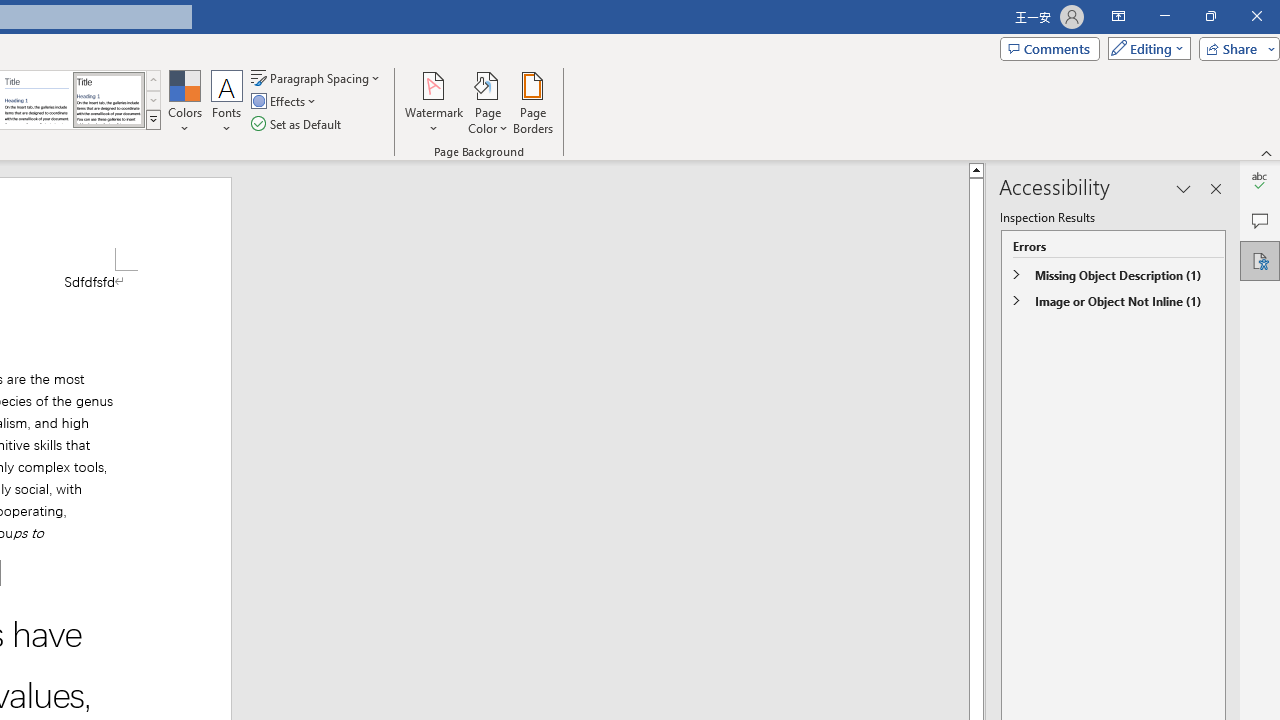 The height and width of the screenshot is (720, 1280). Describe the element at coordinates (316, 77) in the screenshot. I see `'Paragraph Spacing'` at that location.